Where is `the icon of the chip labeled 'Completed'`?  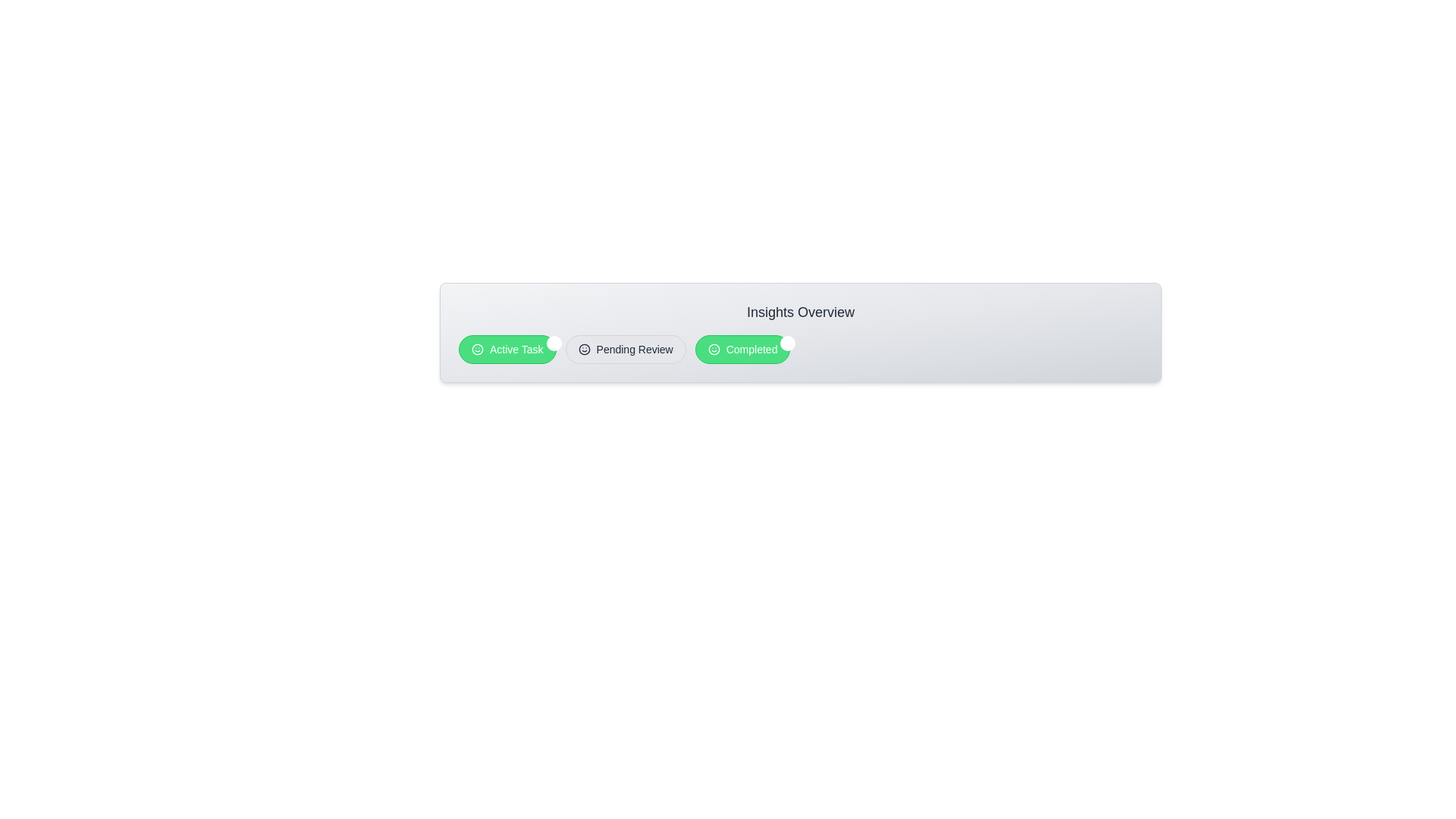 the icon of the chip labeled 'Completed' is located at coordinates (712, 350).